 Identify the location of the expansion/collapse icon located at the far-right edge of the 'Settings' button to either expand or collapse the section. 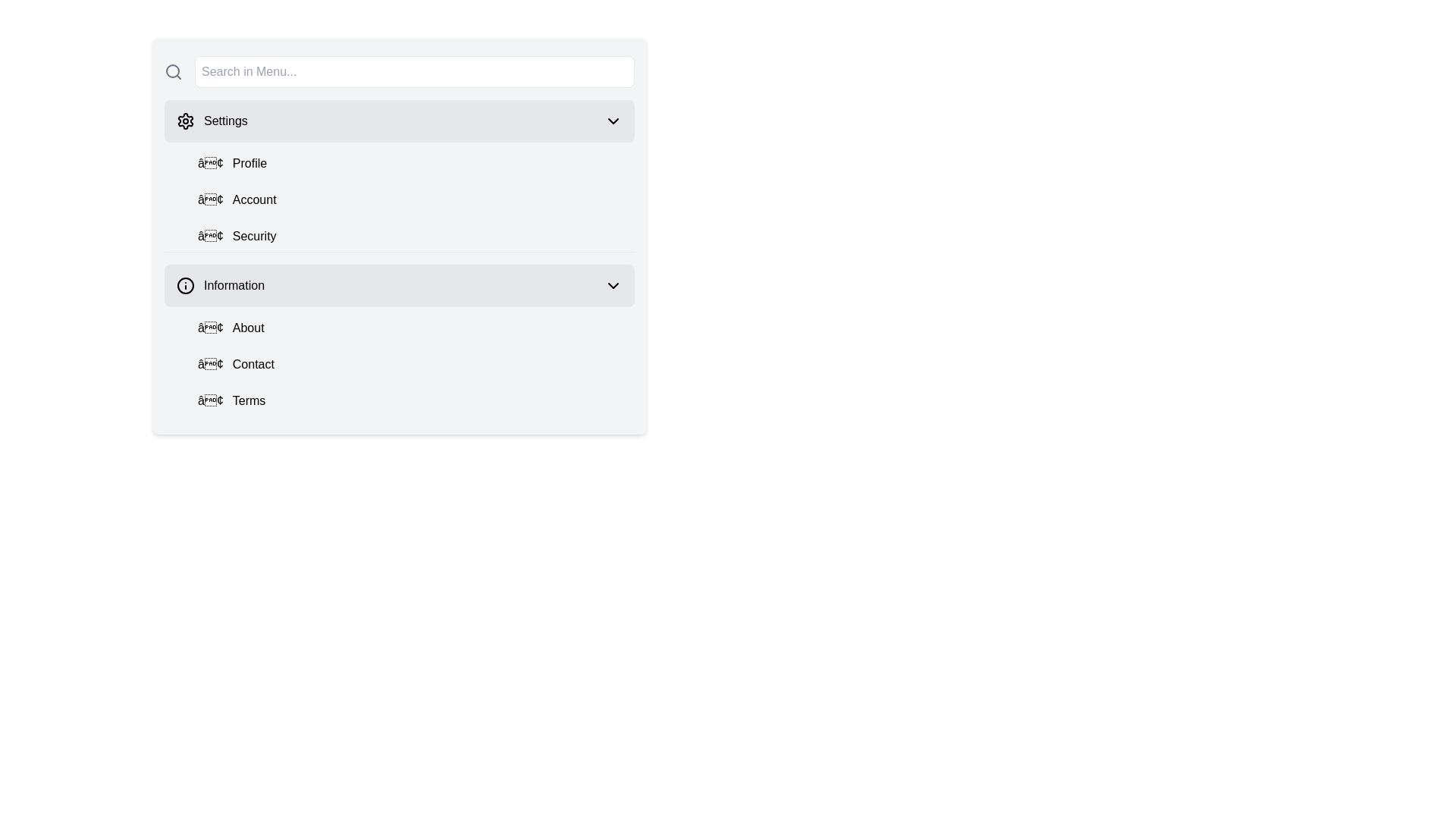
(613, 120).